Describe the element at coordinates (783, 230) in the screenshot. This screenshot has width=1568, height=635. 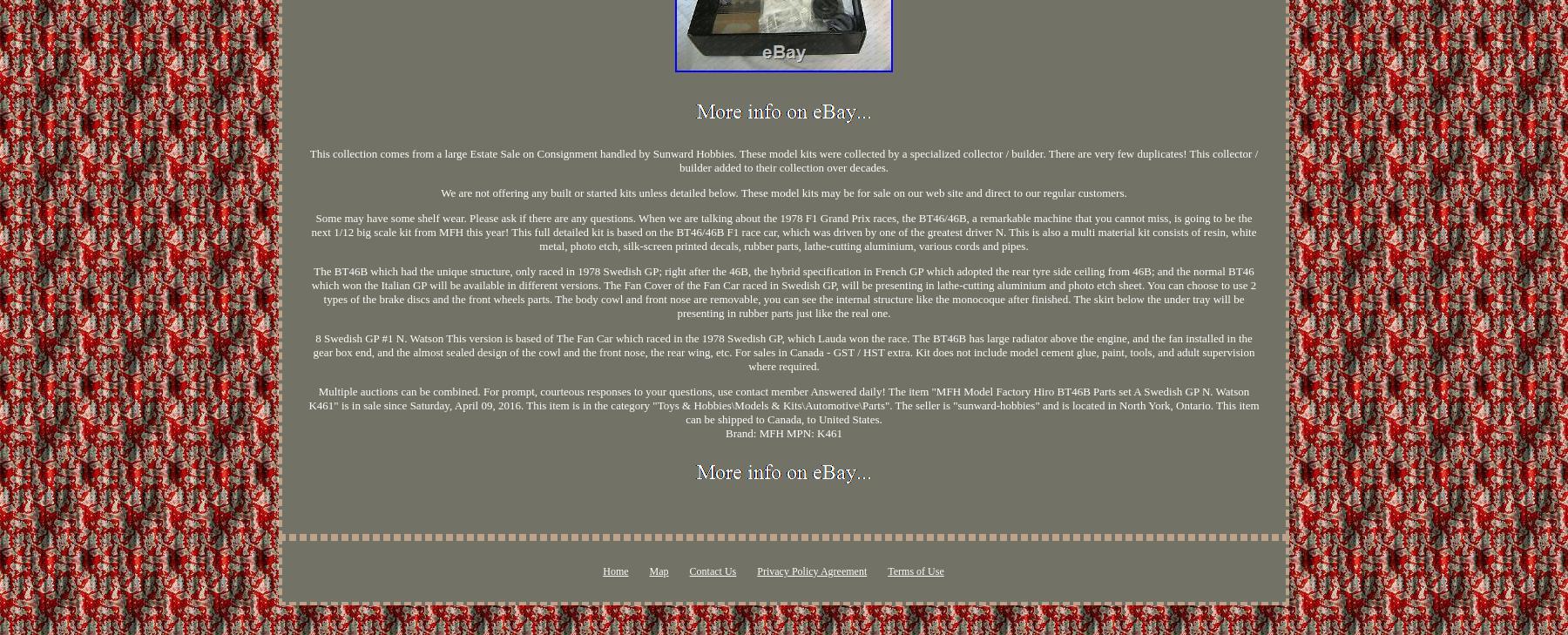
I see `'Some may have some shelf wear. Please ask if there are any questions. When we are talking about the 1978 F1 Grand Prix races, the BT46/46B, a remarkable machine that you cannot miss, is going to be the next 1/12 big scale kit from MFH this year! This full detailed kit is based on the BT46/46B F1 race car, which was driven by one of the greatest driver N. This is also a multi material kit consists of resin, white metal, photo etch, silk-screen printed decals, rubber parts, lathe-cutting aluminium, various cords and pipes.'` at that location.